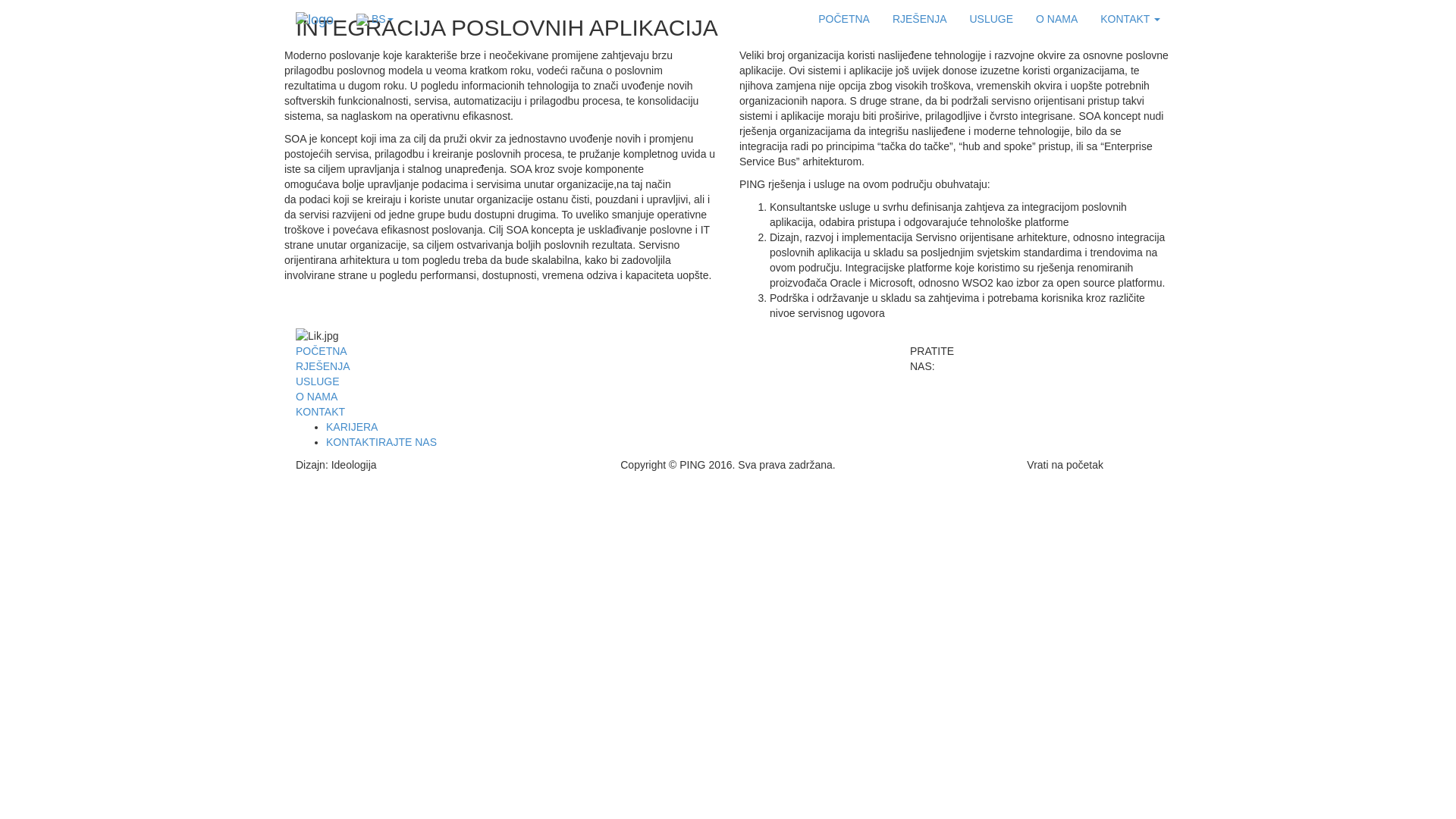 This screenshot has height=819, width=1456. I want to click on 'BS', so click(375, 18).